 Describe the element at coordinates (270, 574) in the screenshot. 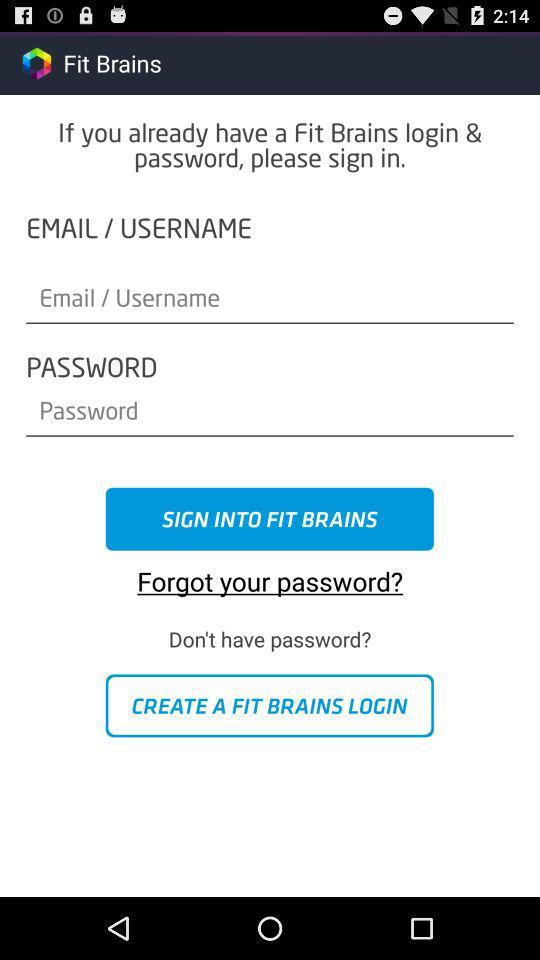

I see `icon below the sign into fit` at that location.